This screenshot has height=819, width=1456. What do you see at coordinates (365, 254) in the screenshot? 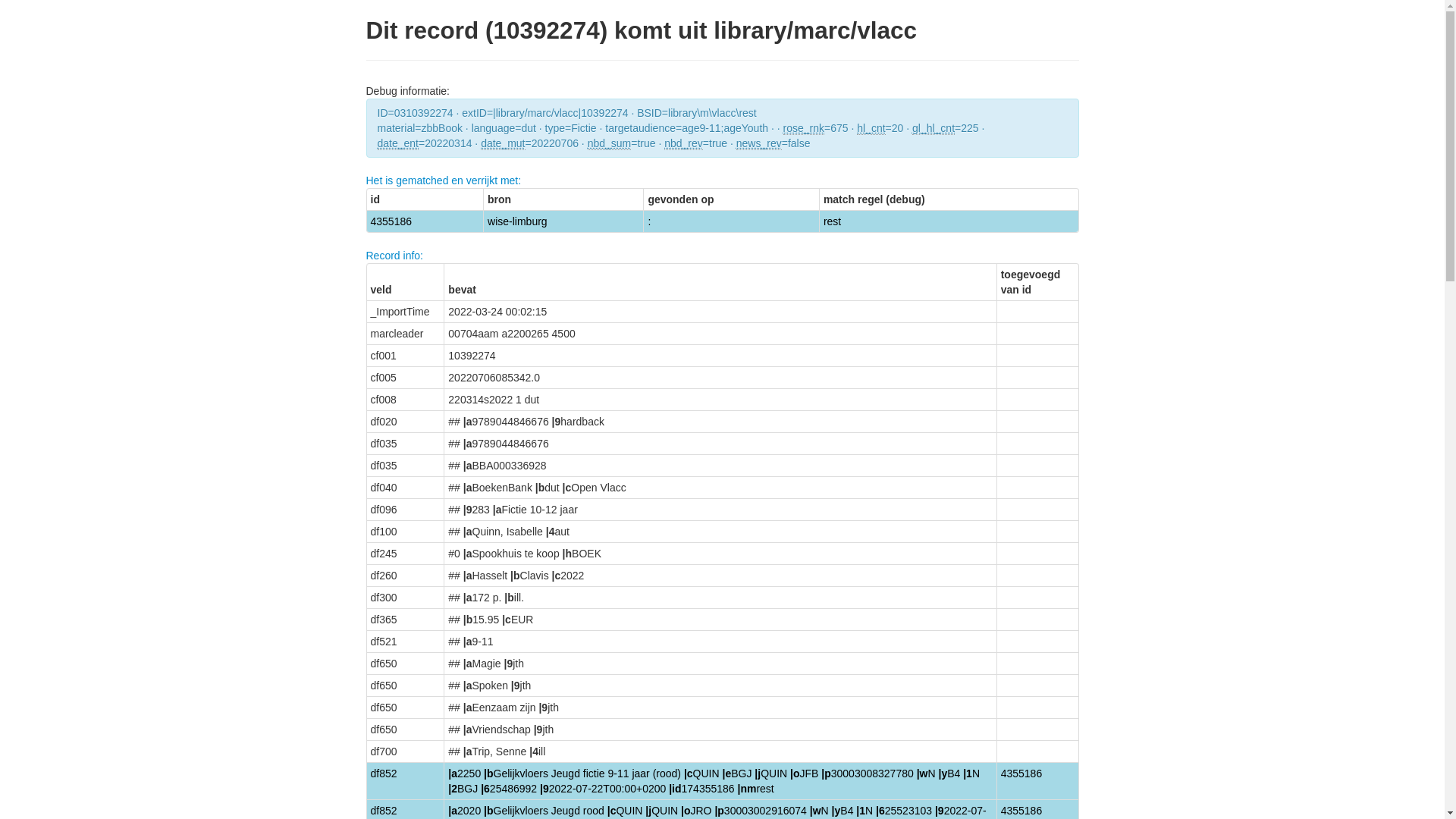
I see `'Record info:'` at bounding box center [365, 254].